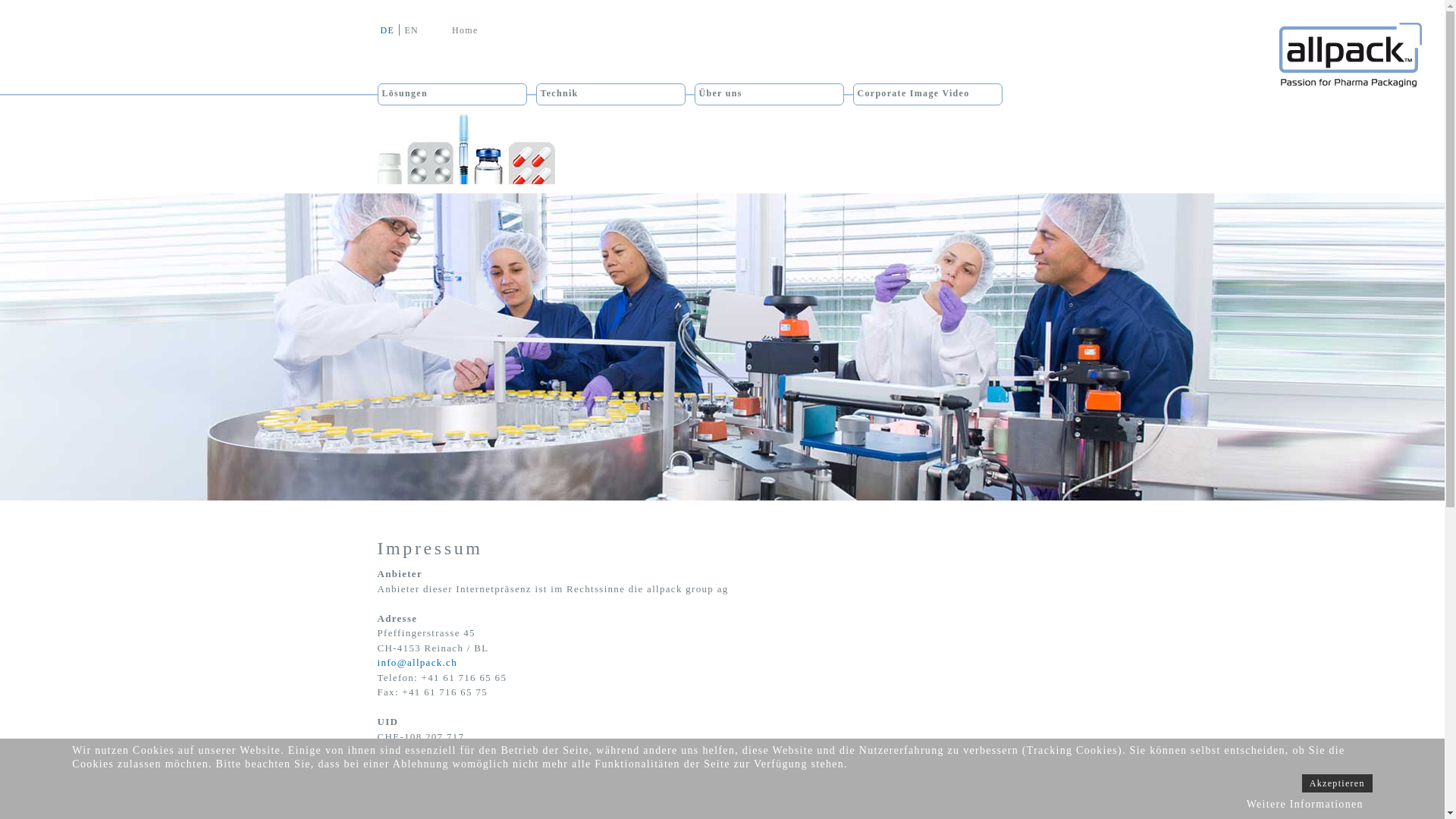 This screenshot has width=1456, height=819. Describe the element at coordinates (1350, 61) in the screenshot. I see `'Allpack Group'` at that location.